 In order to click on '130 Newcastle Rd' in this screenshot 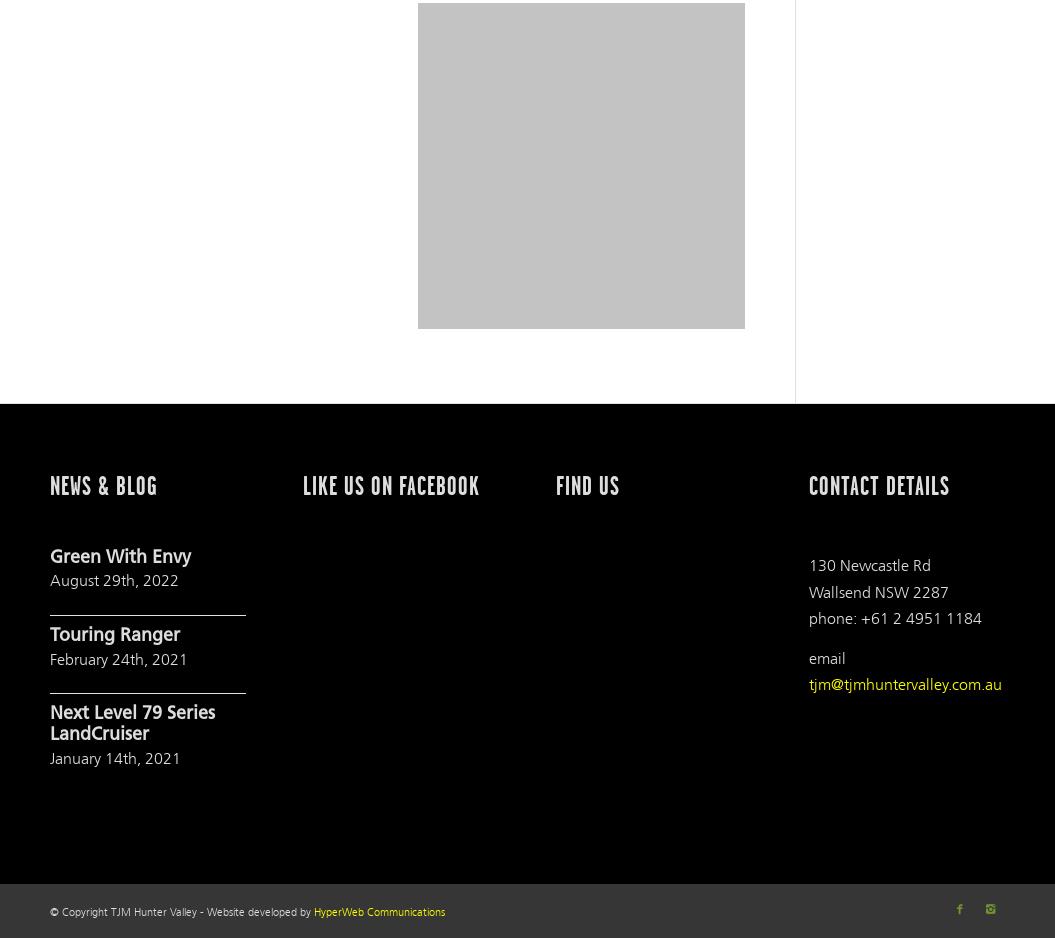, I will do `click(869, 565)`.